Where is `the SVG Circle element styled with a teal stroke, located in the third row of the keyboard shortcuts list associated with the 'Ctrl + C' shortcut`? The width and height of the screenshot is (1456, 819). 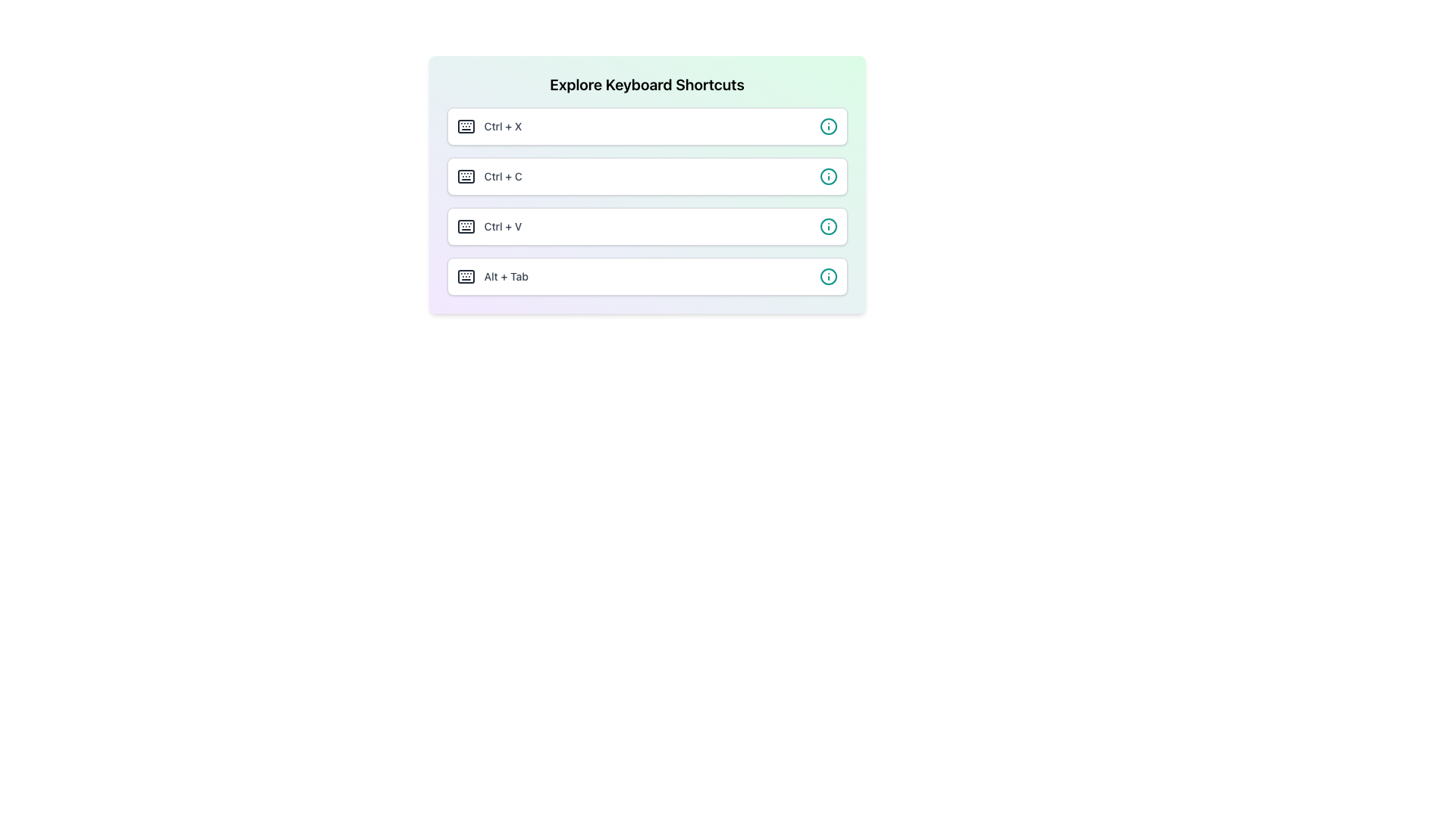
the SVG Circle element styled with a teal stroke, located in the third row of the keyboard shortcuts list associated with the 'Ctrl + C' shortcut is located at coordinates (827, 175).